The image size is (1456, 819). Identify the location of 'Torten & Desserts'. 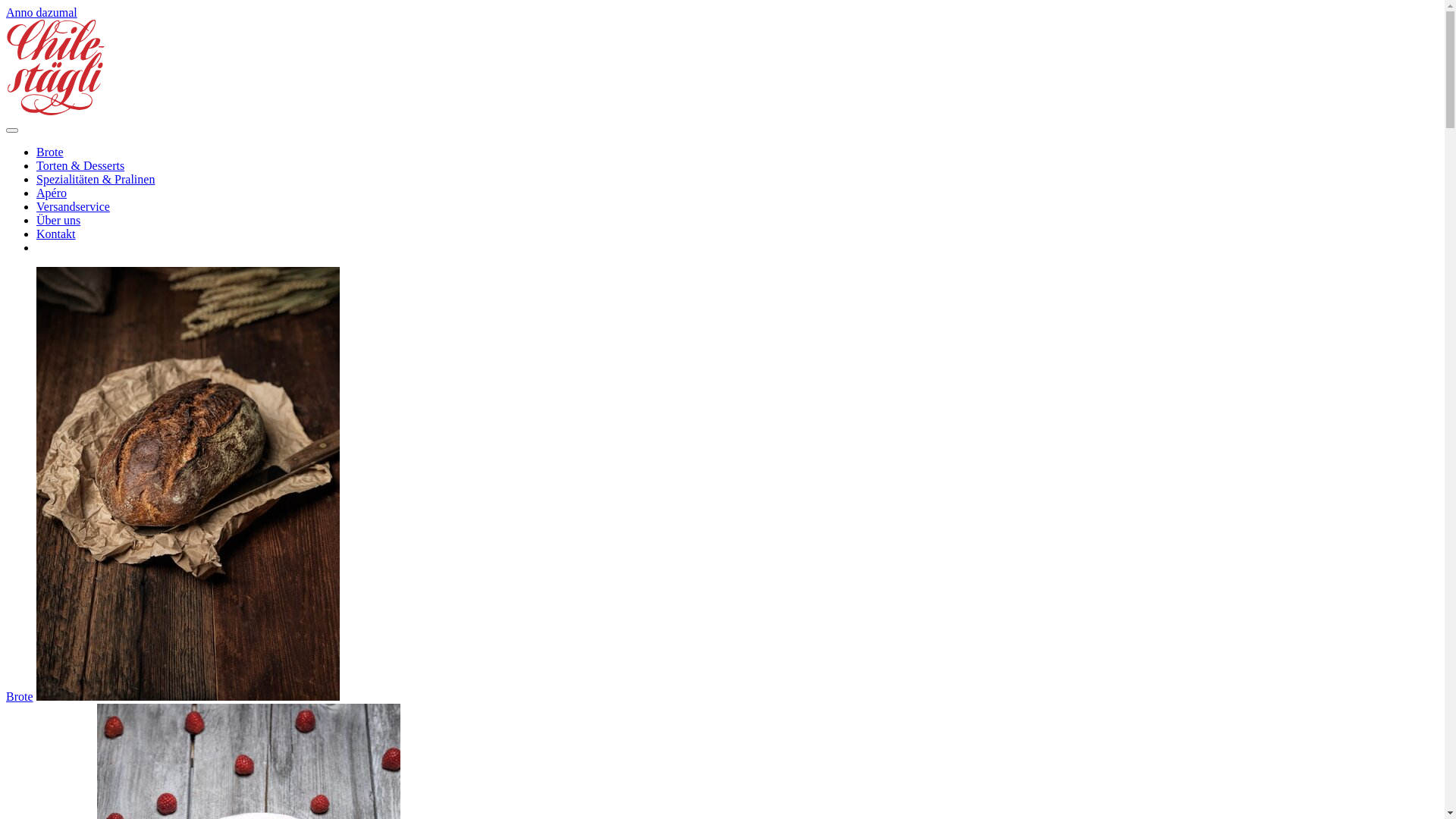
(79, 165).